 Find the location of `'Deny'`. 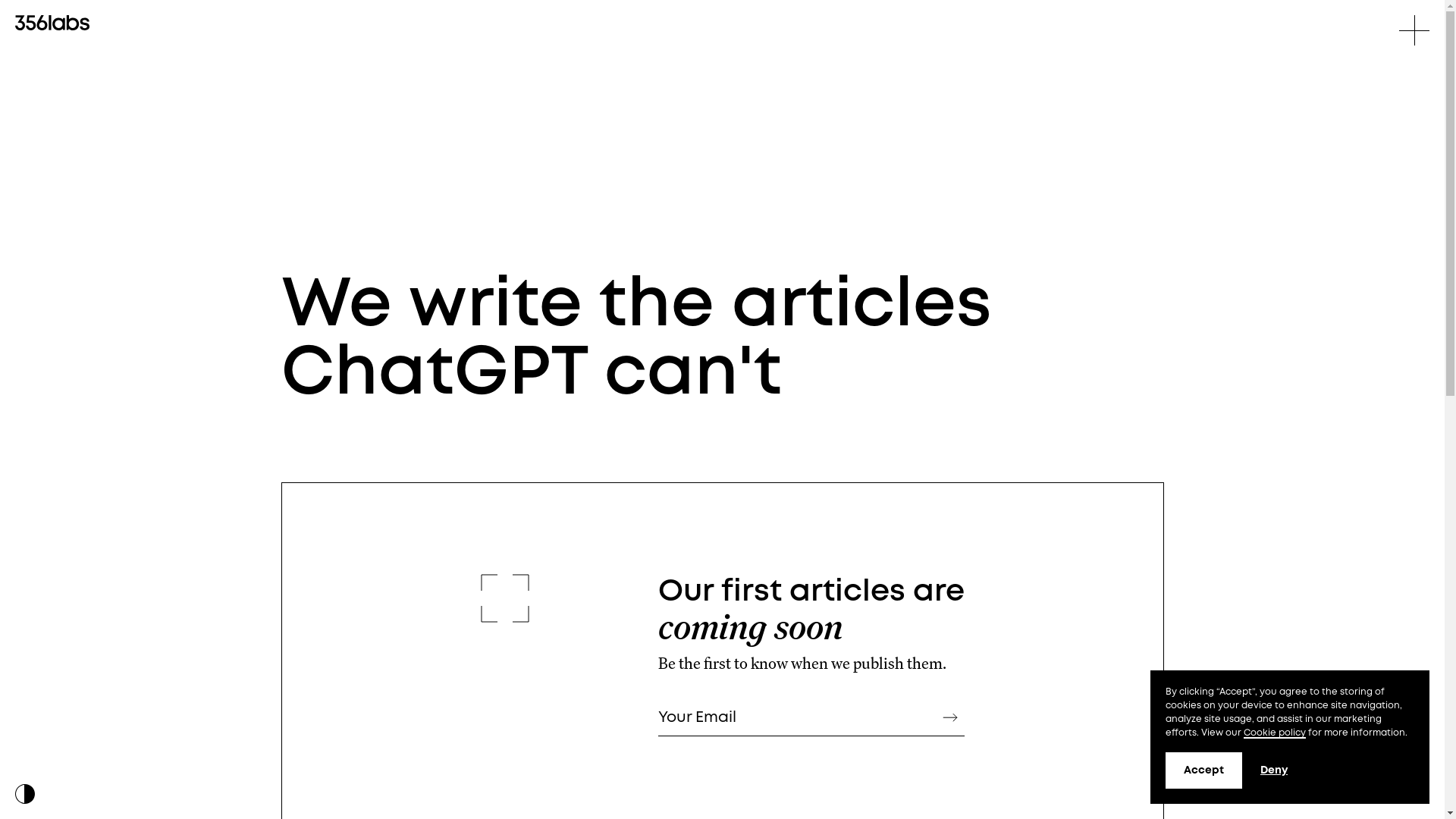

'Deny' is located at coordinates (1274, 770).